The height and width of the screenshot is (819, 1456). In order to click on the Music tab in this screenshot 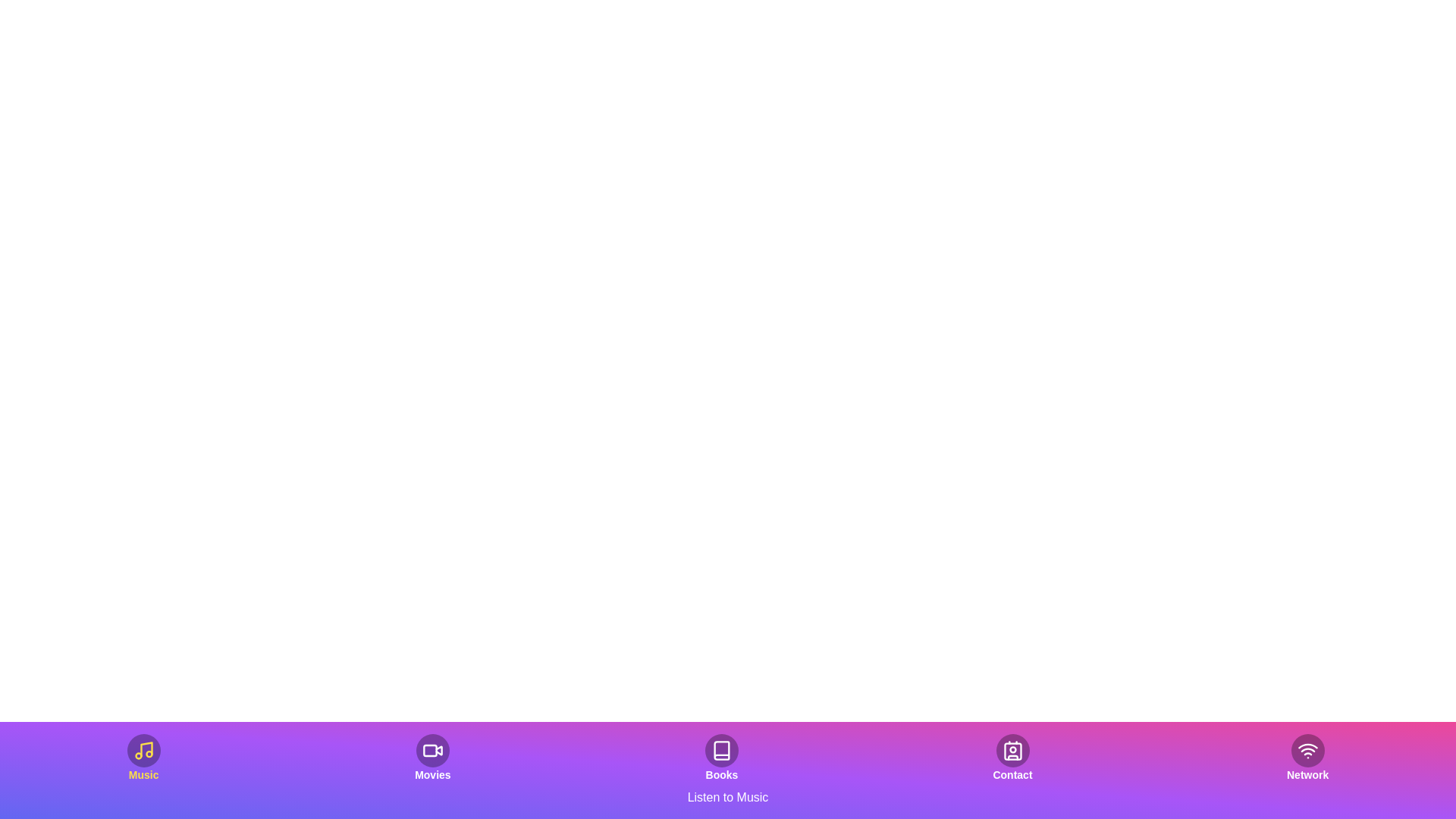, I will do `click(143, 758)`.